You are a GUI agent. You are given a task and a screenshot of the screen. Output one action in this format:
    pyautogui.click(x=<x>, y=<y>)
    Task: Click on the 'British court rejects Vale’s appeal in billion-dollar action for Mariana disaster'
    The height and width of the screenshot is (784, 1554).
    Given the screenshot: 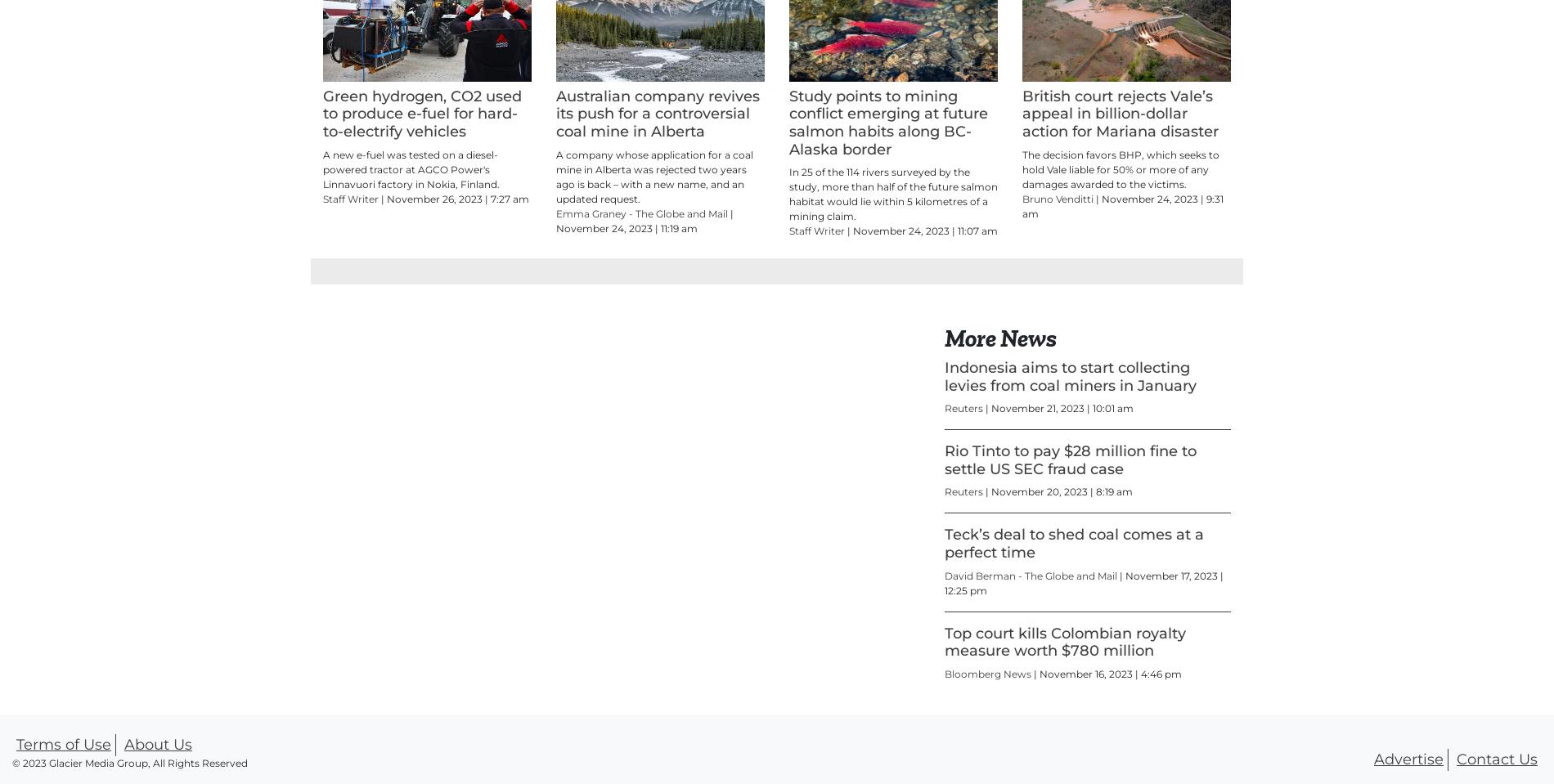 What is the action you would take?
    pyautogui.click(x=1022, y=186)
    